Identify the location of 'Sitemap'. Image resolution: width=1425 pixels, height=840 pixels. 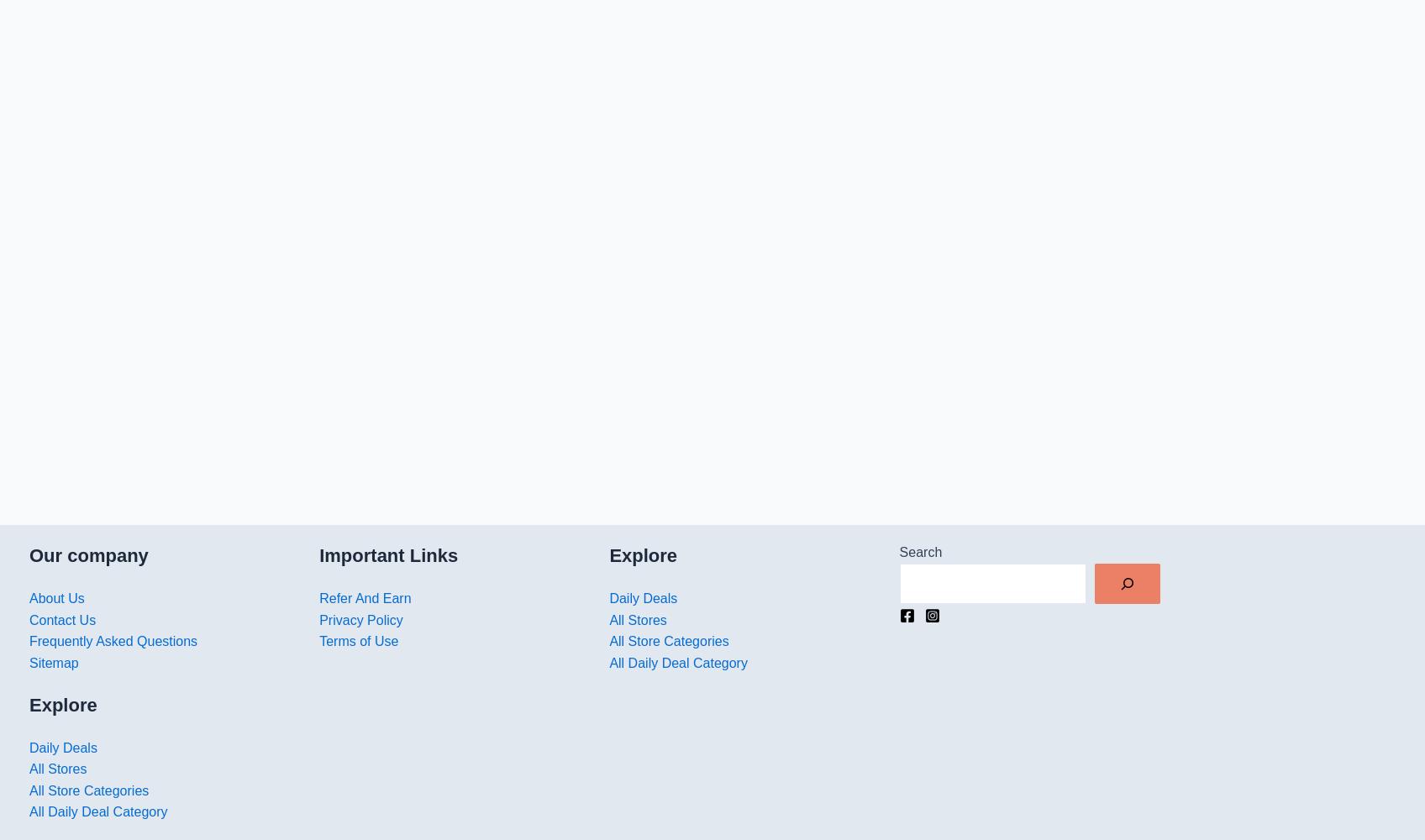
(53, 663).